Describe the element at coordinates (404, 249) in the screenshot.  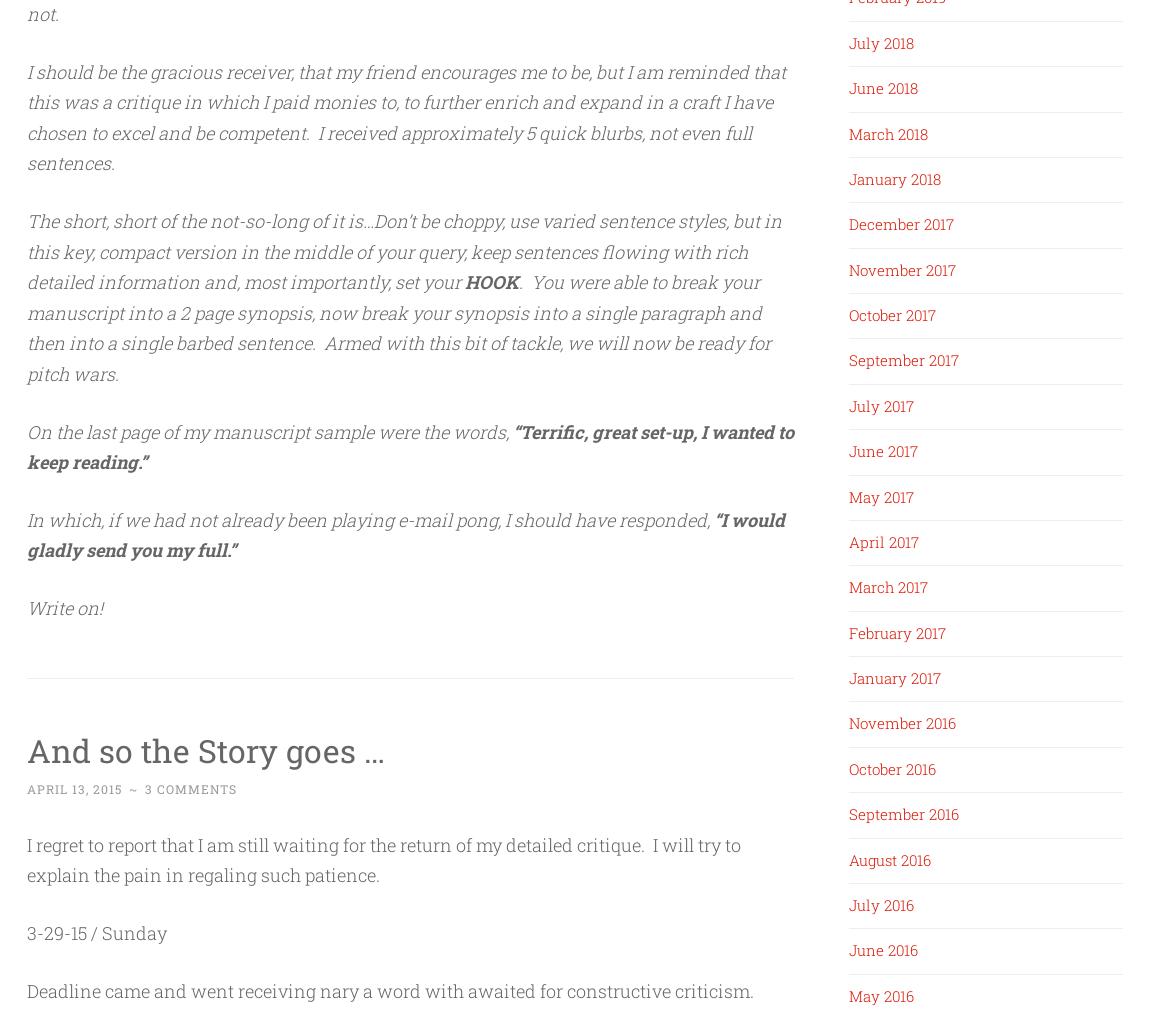
I see `'The short, short of the not-so-long of it is…Don’t be choppy, use varied sentence styles, but in this key, compact version in the middle of your query, keep sentences flowing with rich detailed information and, most importantly, set your'` at that location.